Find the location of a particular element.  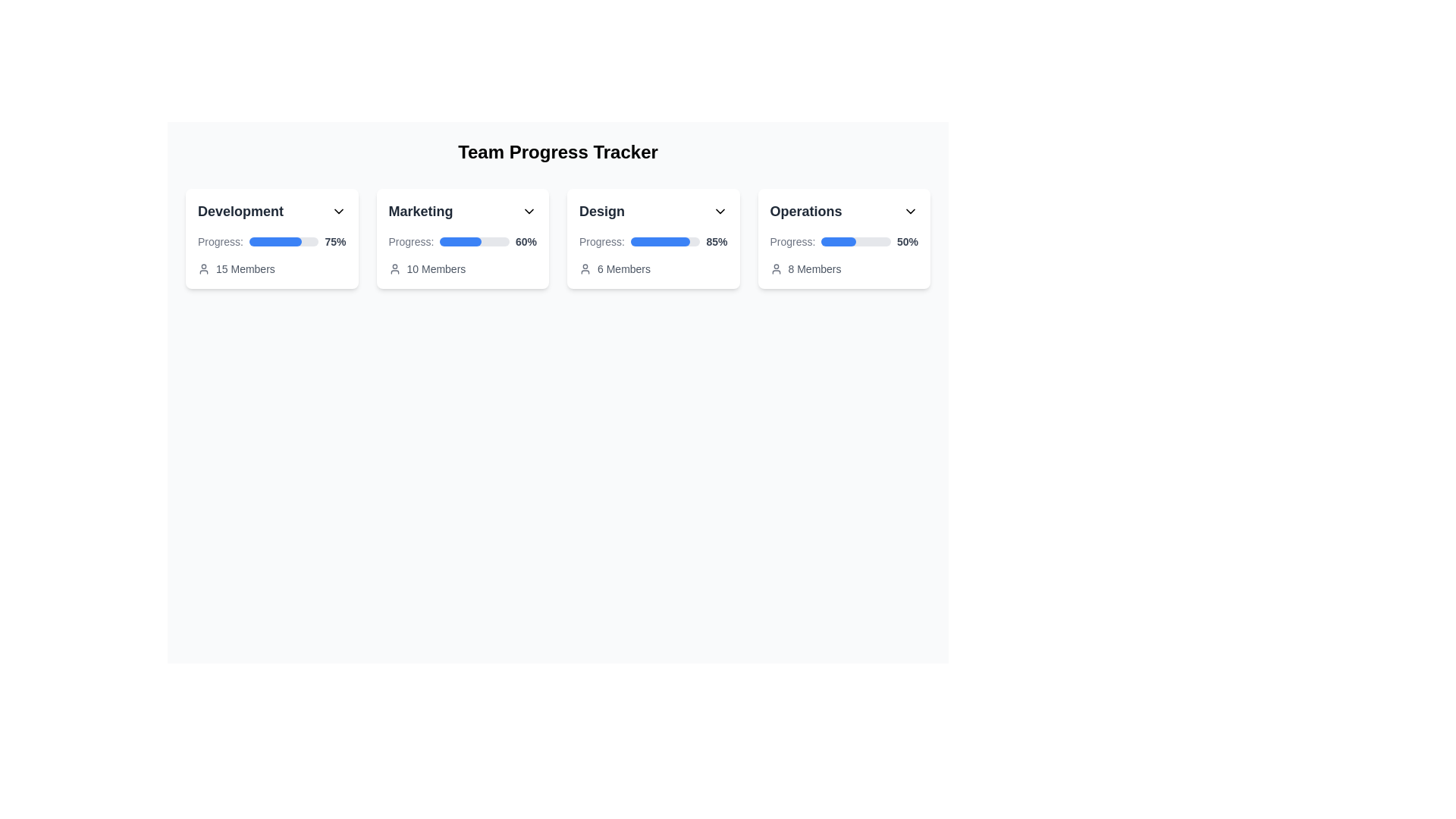

the Informational card that displays the project's development progress percentage and team size, located in the first column of the grid layout, adjacent to 'Marketing', 'Design', and 'Operations' is located at coordinates (271, 239).